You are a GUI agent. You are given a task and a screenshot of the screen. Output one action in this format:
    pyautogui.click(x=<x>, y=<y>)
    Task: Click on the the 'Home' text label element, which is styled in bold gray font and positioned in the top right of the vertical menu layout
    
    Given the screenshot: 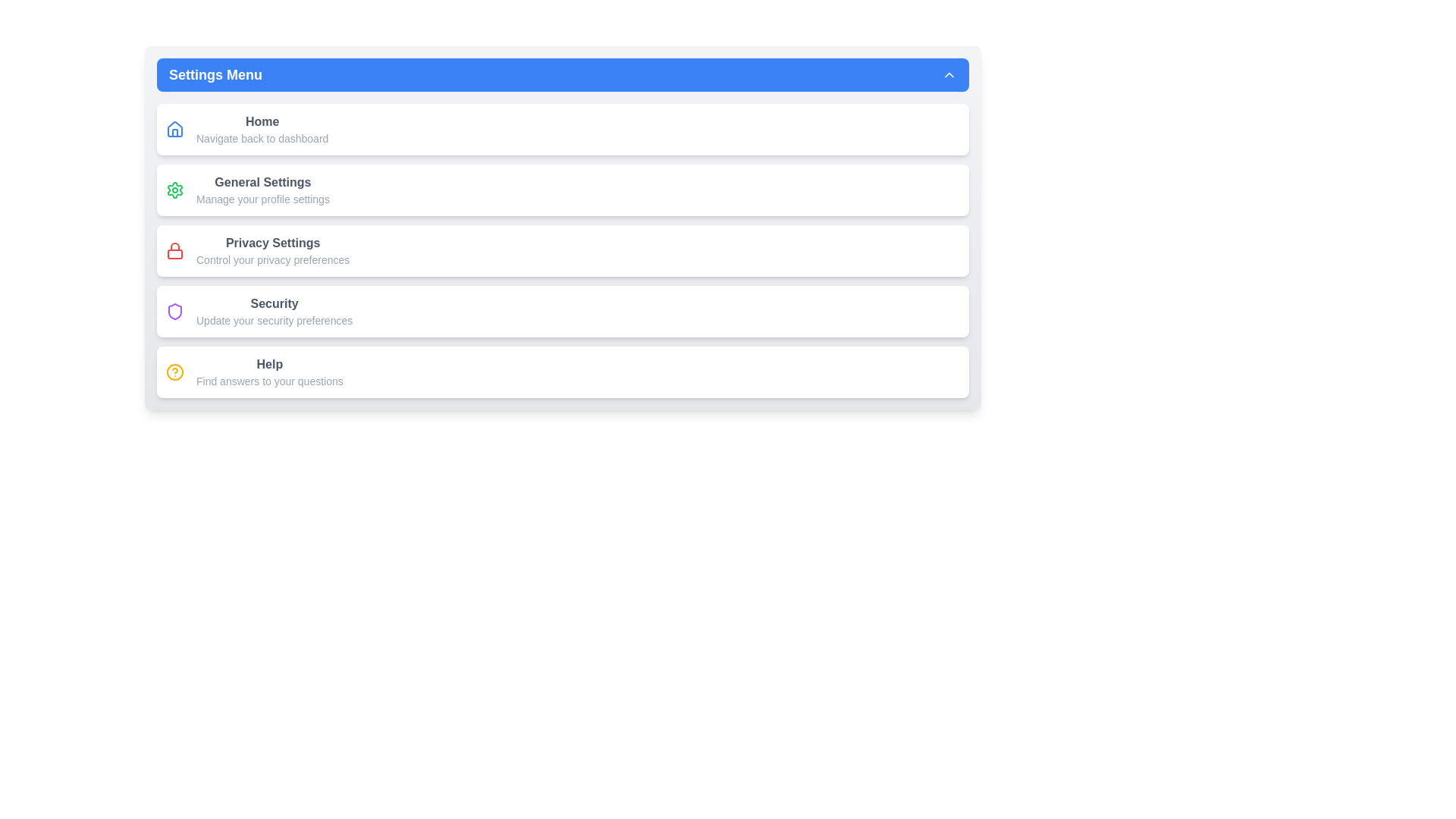 What is the action you would take?
    pyautogui.click(x=262, y=121)
    